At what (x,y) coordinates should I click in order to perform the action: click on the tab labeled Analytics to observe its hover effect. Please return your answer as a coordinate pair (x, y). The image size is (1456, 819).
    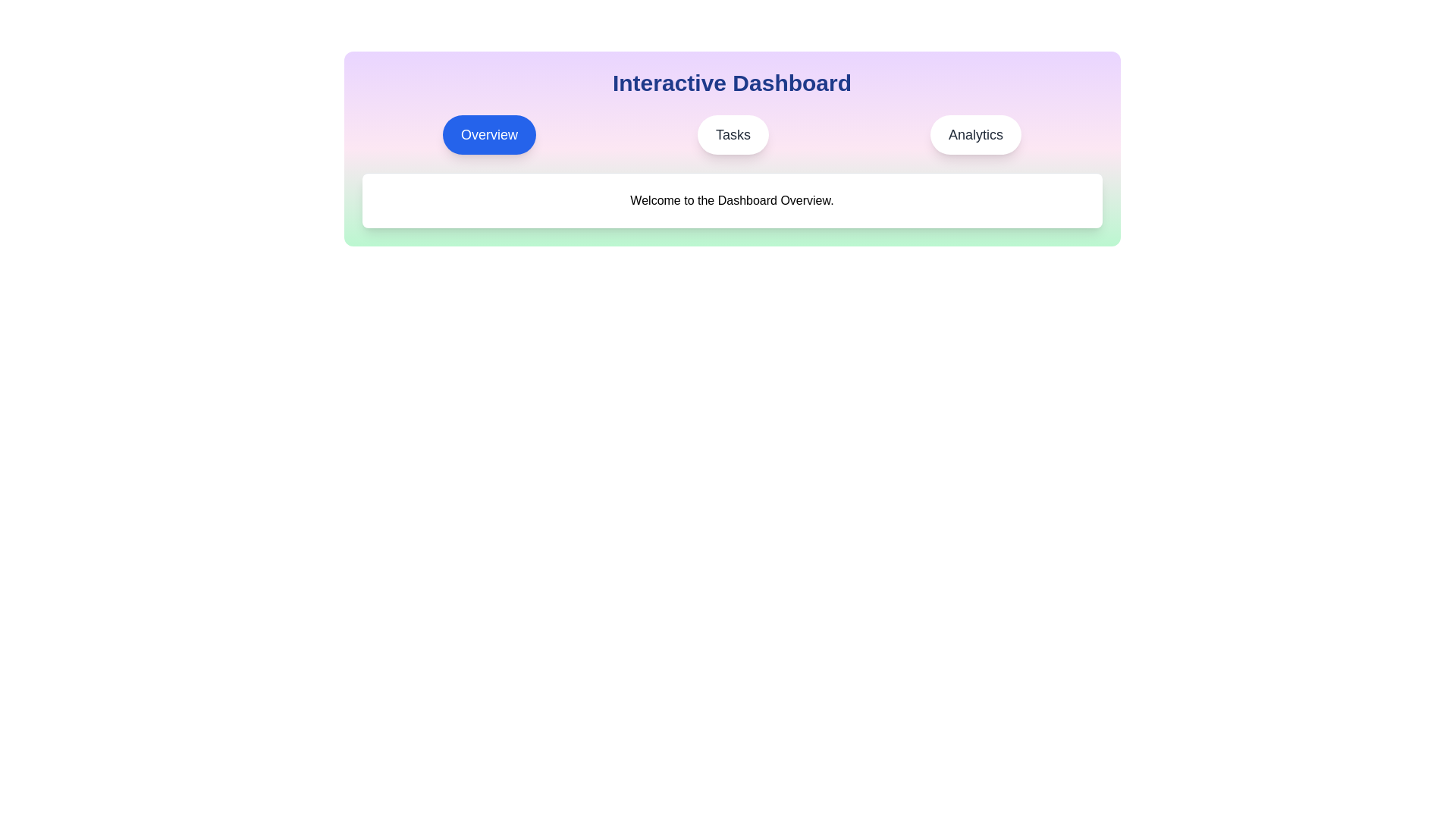
    Looking at the image, I should click on (975, 133).